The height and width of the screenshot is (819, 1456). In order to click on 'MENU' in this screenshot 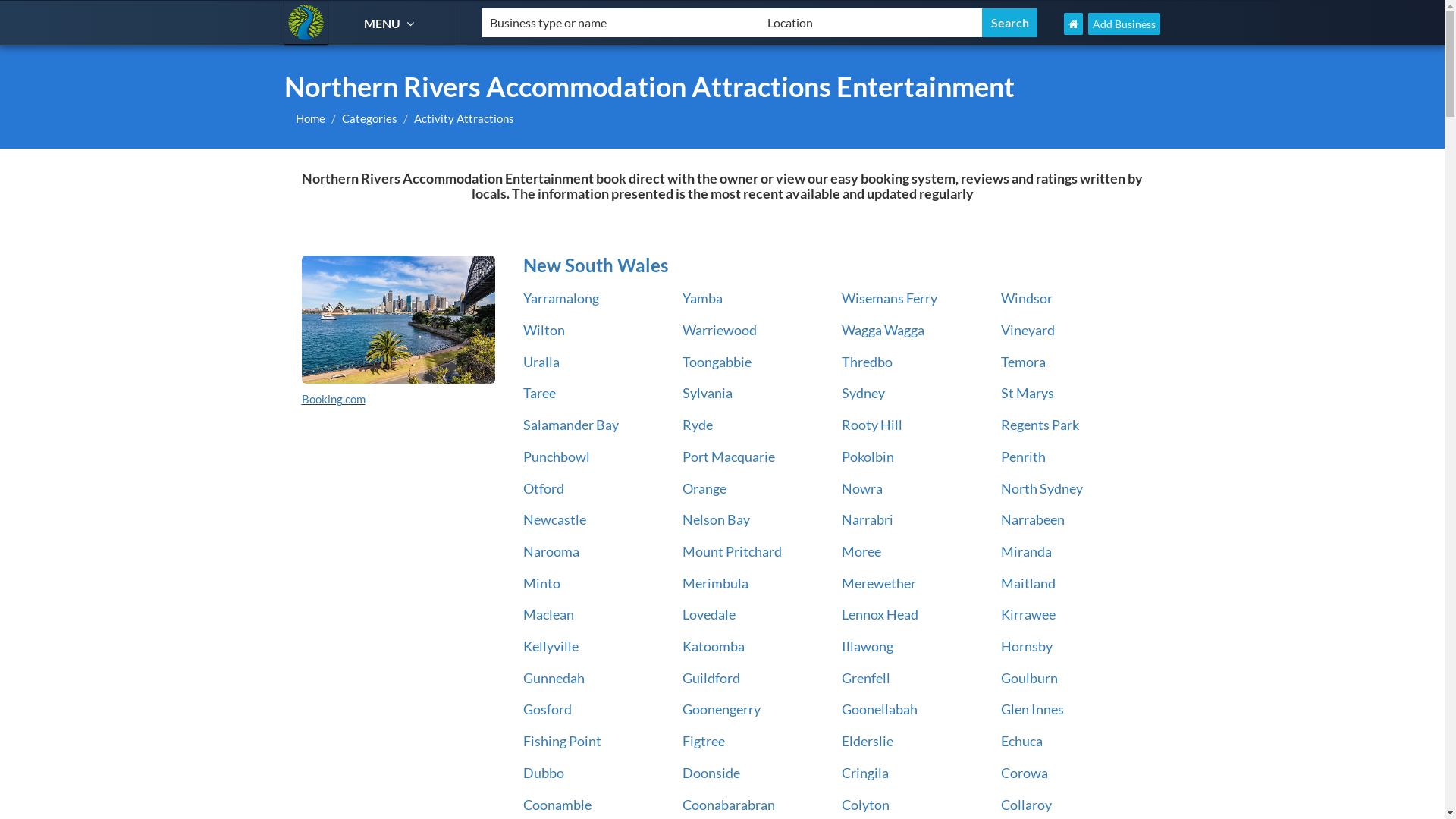, I will do `click(391, 23)`.